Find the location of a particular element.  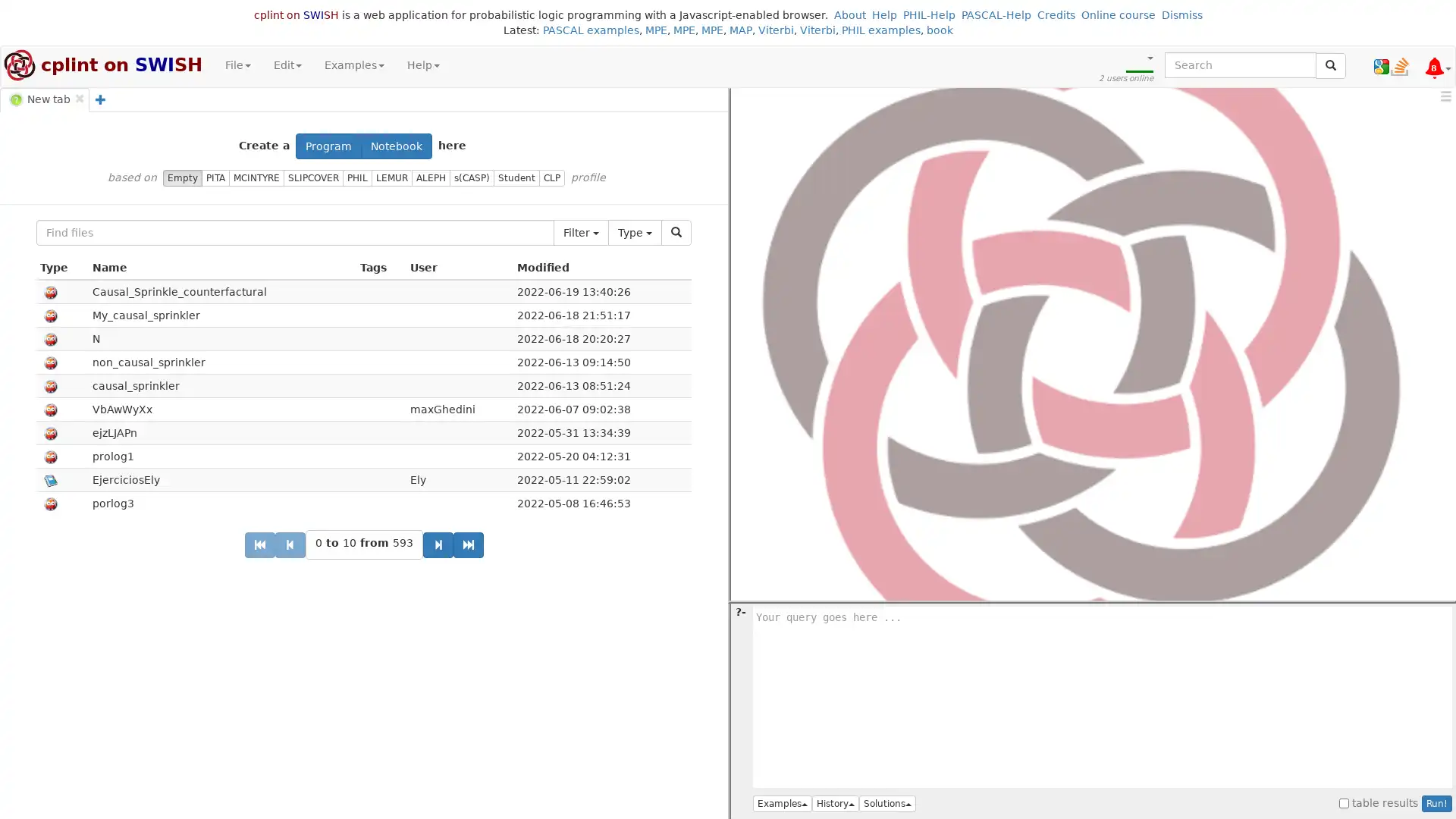

Run! is located at coordinates (1436, 803).